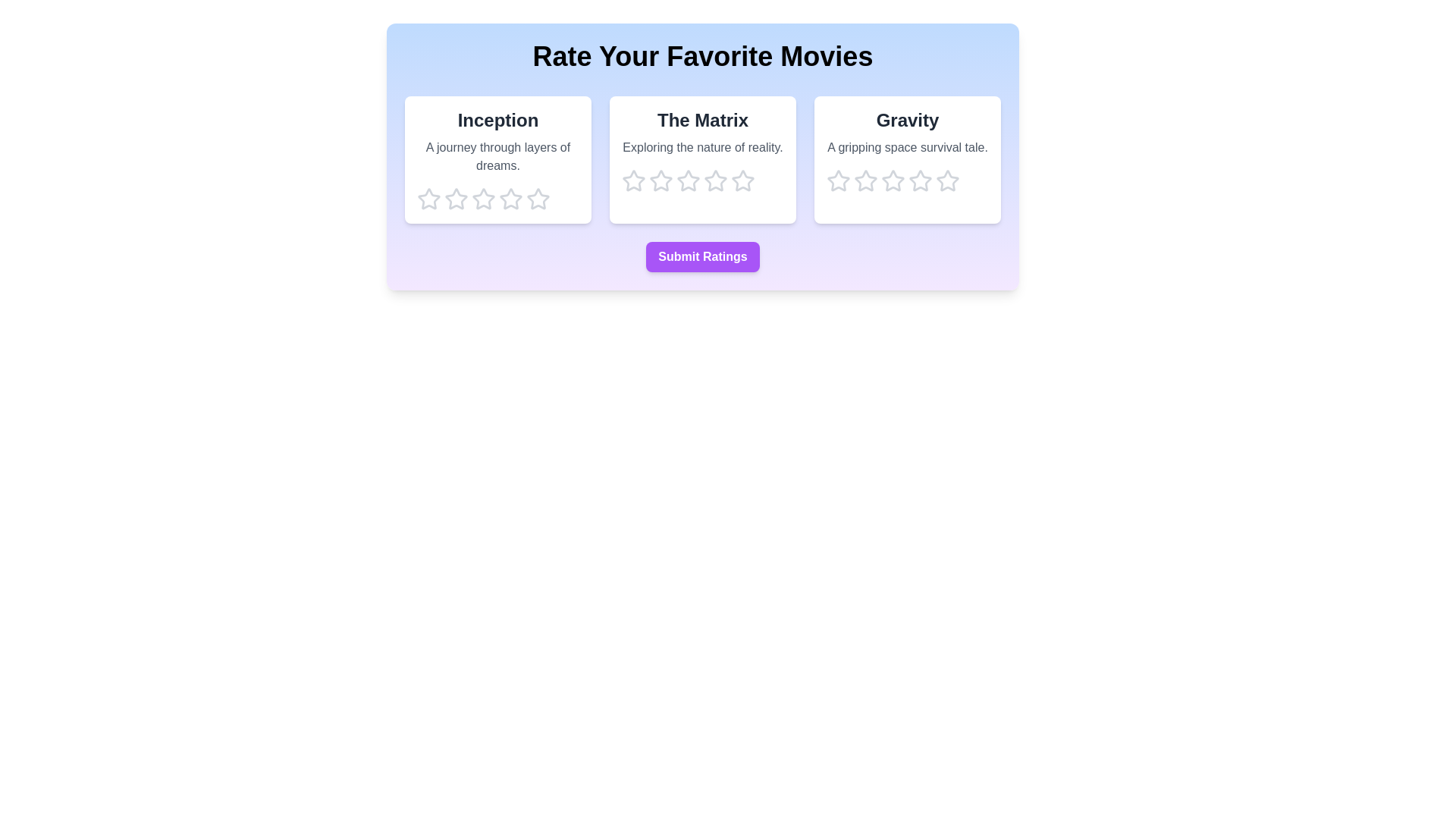 This screenshot has width=1456, height=819. I want to click on the star corresponding to 5 for the movie Inception, so click(538, 198).